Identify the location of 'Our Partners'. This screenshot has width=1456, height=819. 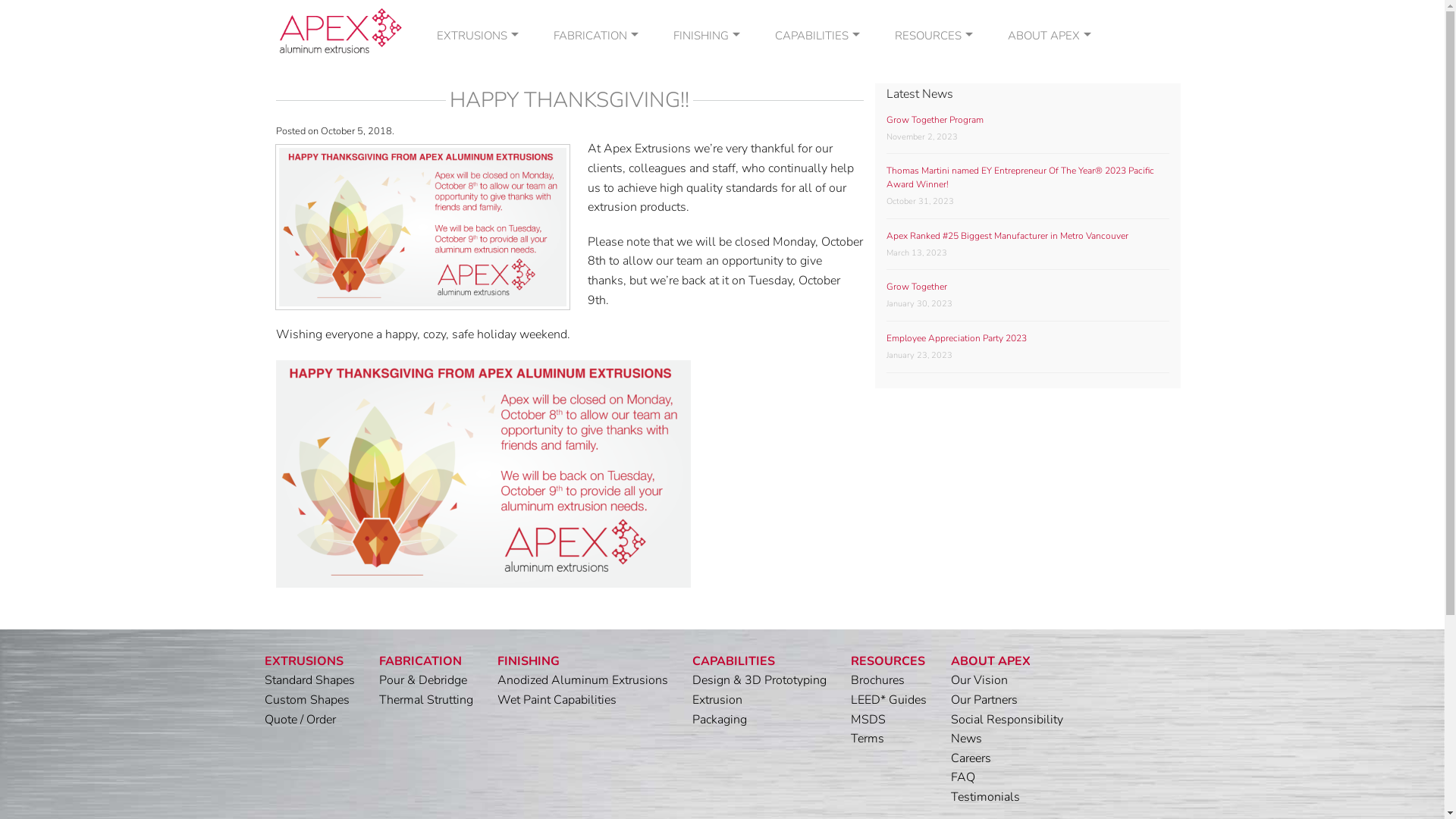
(984, 699).